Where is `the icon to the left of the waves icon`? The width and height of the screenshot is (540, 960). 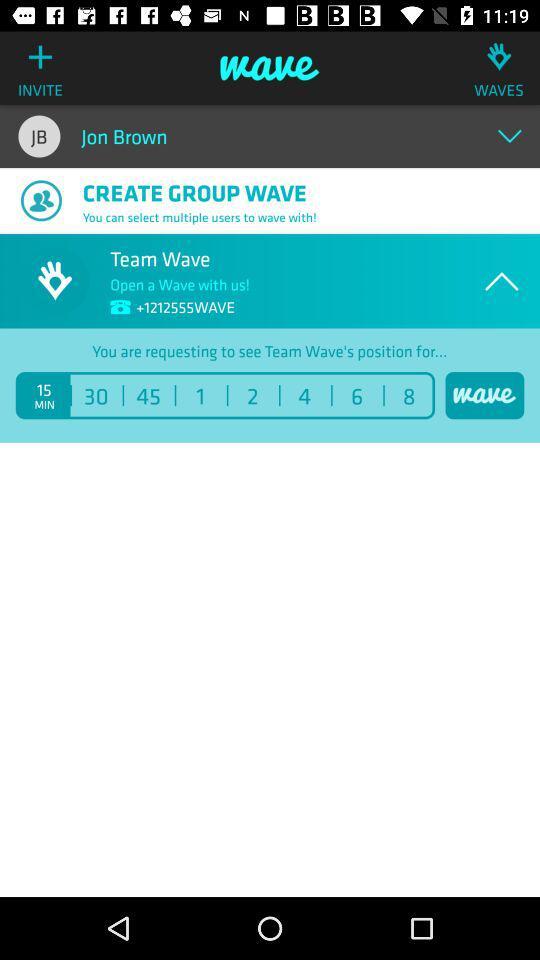
the icon to the left of the waves icon is located at coordinates (270, 68).